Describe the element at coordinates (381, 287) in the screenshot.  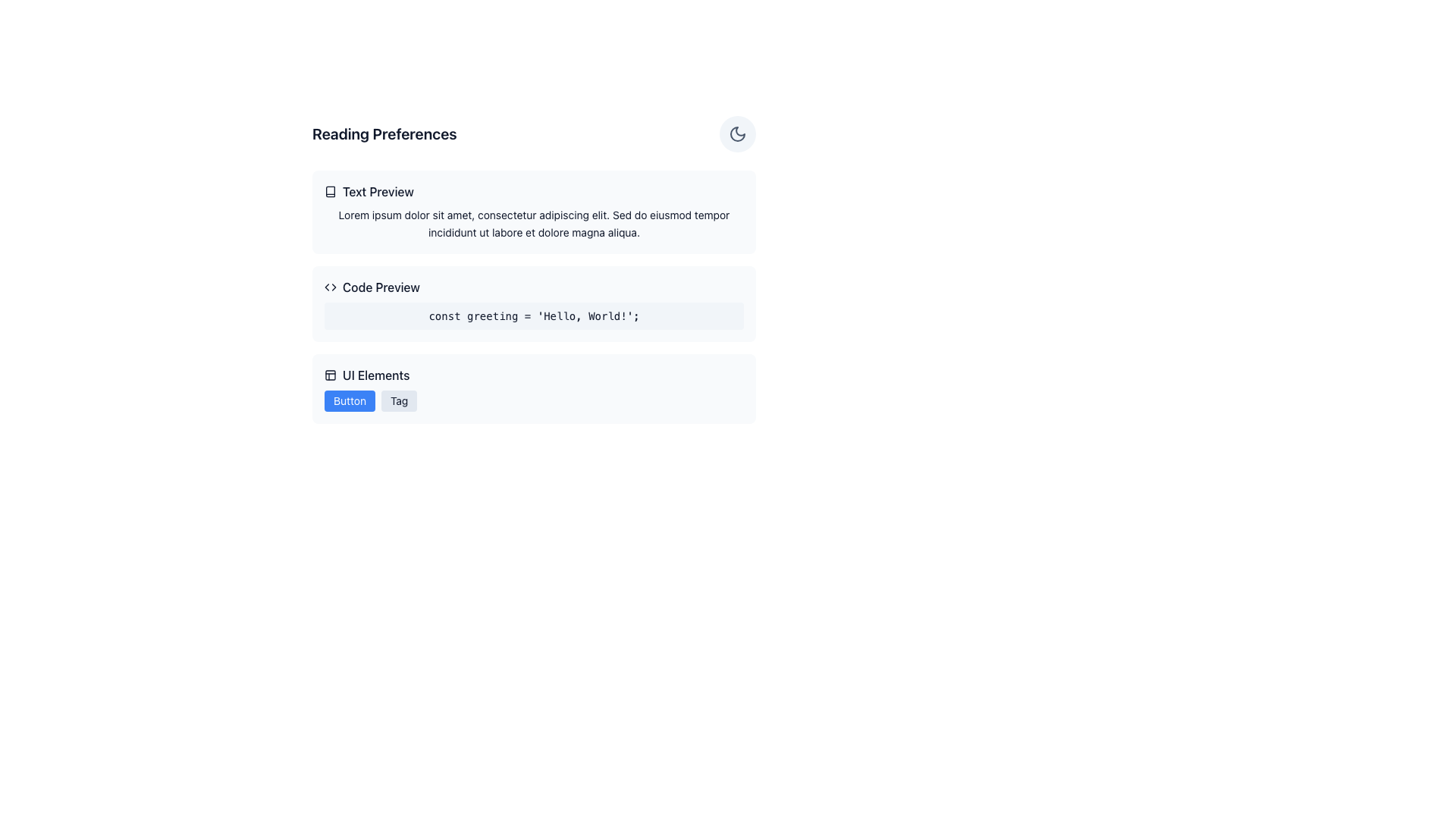
I see `the 'Code Preview' text label, which is a bold label located beneath 'Text Preview' and positioned near the top-center of a horizontal group with icons to the left` at that location.